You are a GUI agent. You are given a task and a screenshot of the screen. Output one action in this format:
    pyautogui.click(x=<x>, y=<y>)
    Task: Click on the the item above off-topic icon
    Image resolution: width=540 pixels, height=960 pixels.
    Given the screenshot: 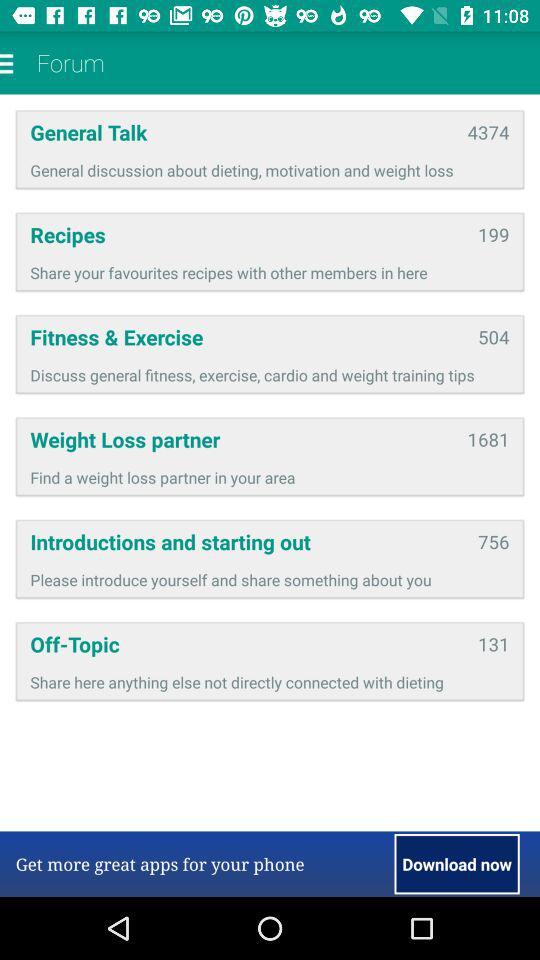 What is the action you would take?
    pyautogui.click(x=270, y=579)
    